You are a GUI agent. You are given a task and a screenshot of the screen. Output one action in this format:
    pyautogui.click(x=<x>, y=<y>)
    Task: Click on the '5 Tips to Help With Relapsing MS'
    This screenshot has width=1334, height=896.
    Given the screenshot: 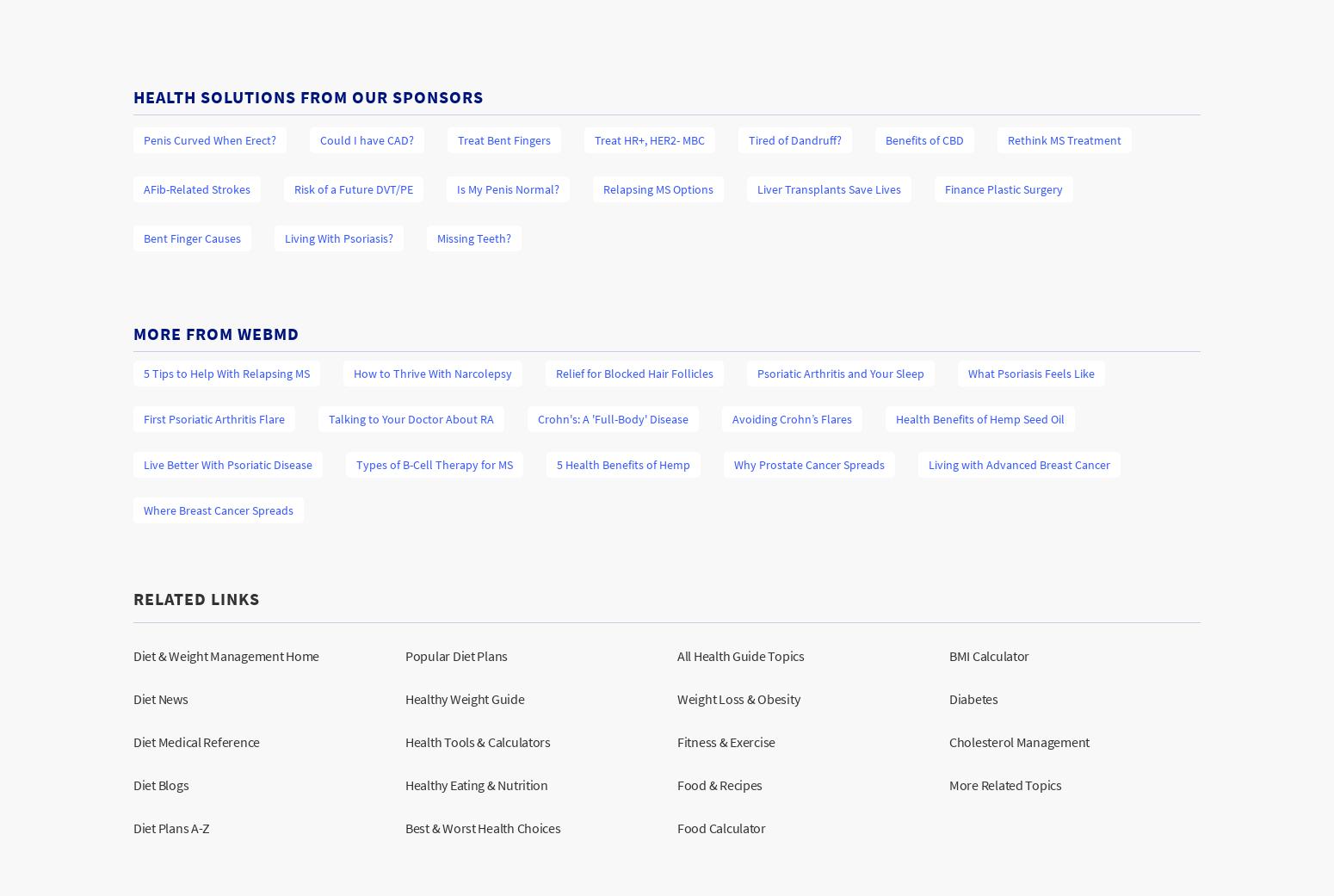 What is the action you would take?
    pyautogui.click(x=226, y=371)
    